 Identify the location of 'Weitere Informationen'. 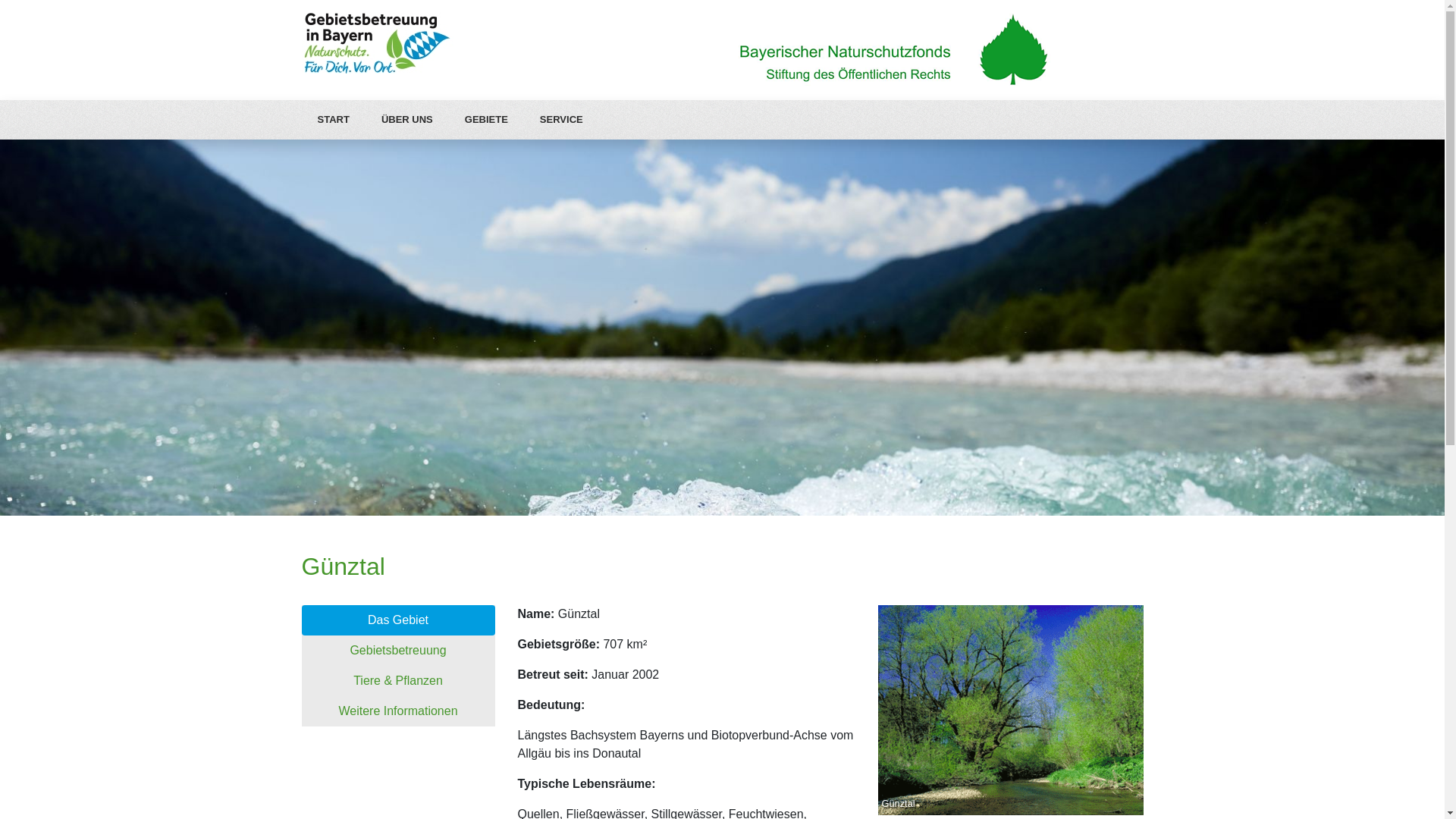
(302, 711).